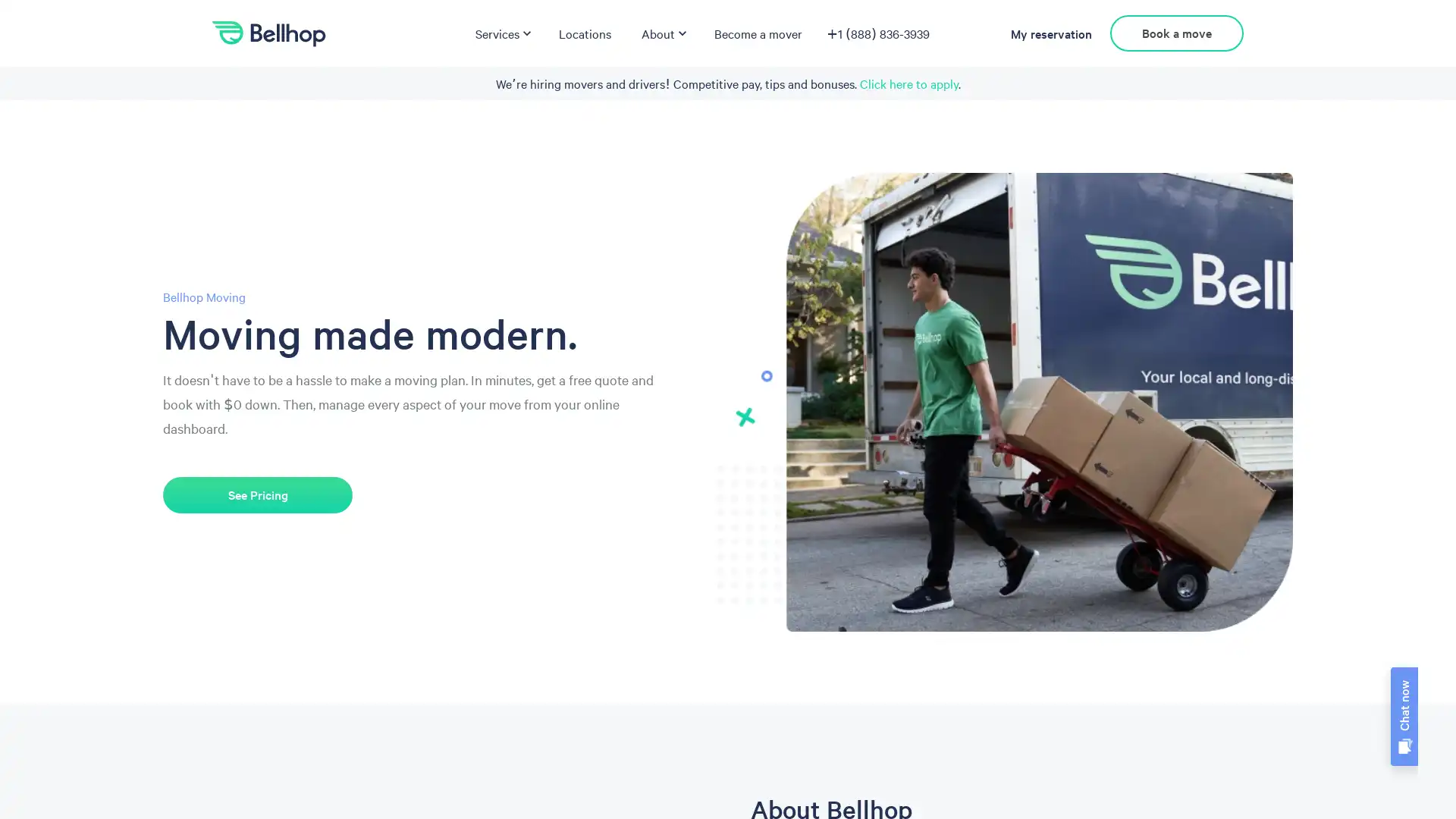  Describe the element at coordinates (1383, 745) in the screenshot. I see `chatbot icon` at that location.